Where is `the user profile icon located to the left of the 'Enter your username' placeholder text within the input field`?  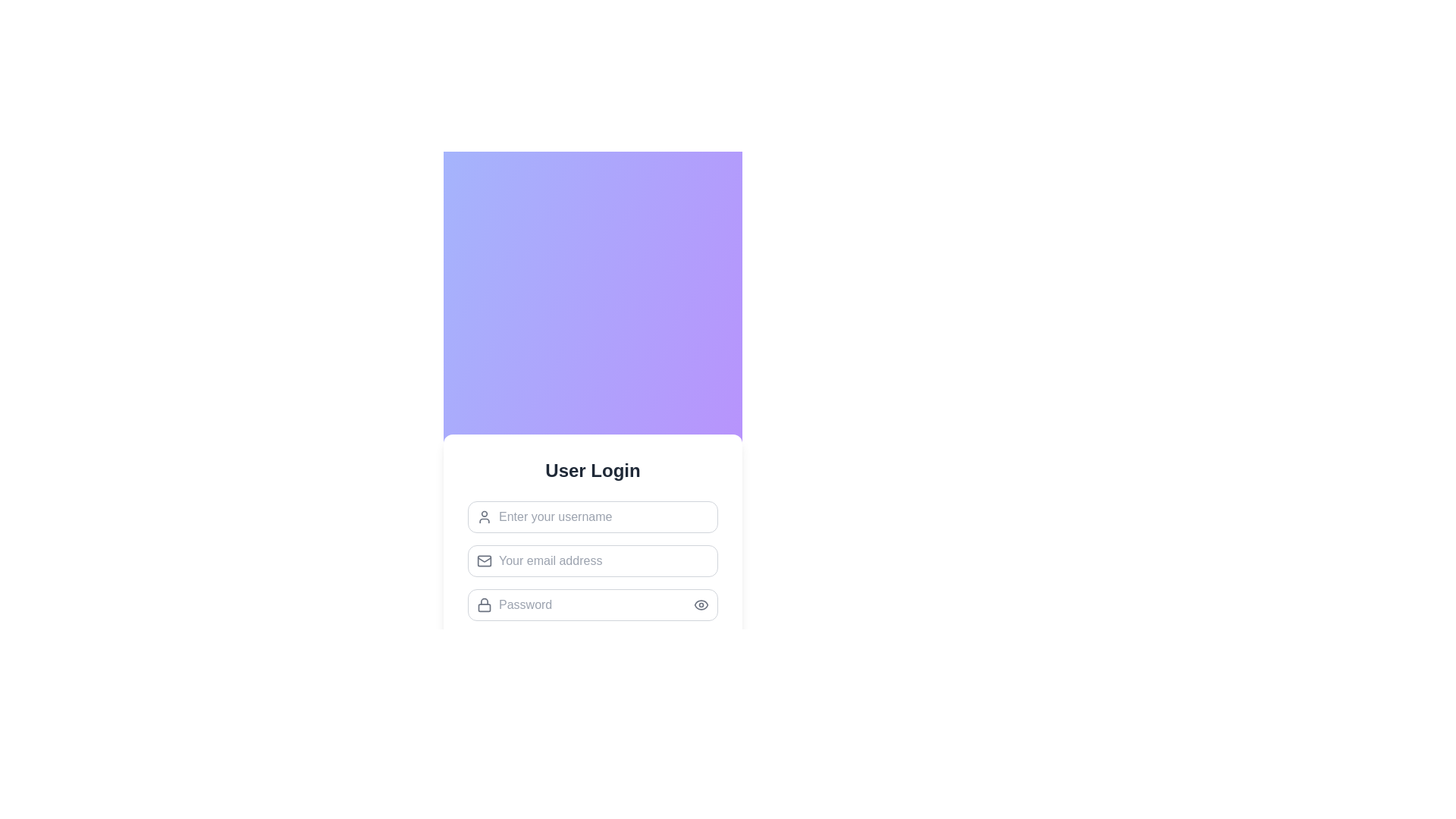
the user profile icon located to the left of the 'Enter your username' placeholder text within the input field is located at coordinates (483, 516).